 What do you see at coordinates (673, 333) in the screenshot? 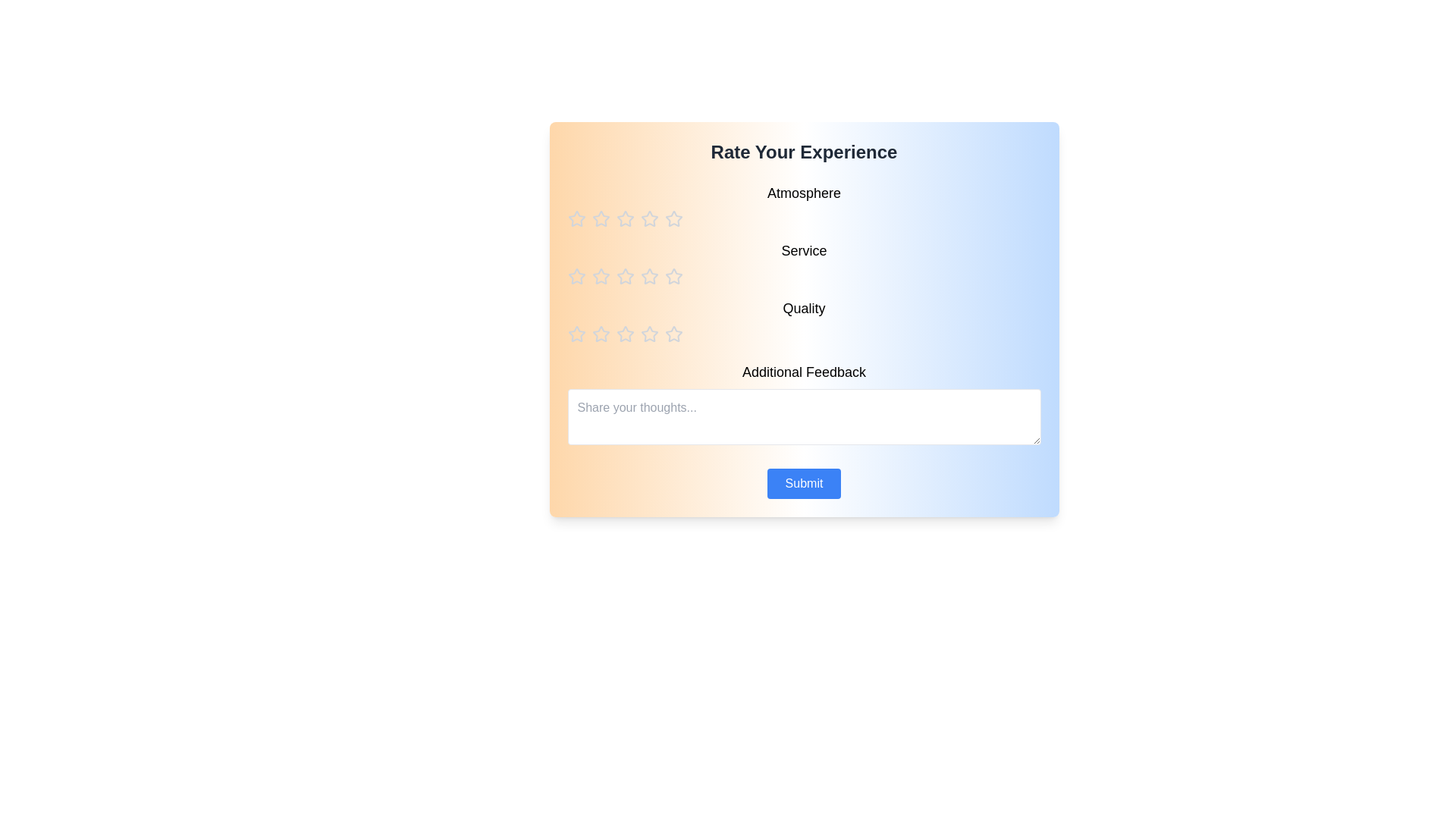
I see `the star corresponding to the rating 5 for the category quality` at bounding box center [673, 333].